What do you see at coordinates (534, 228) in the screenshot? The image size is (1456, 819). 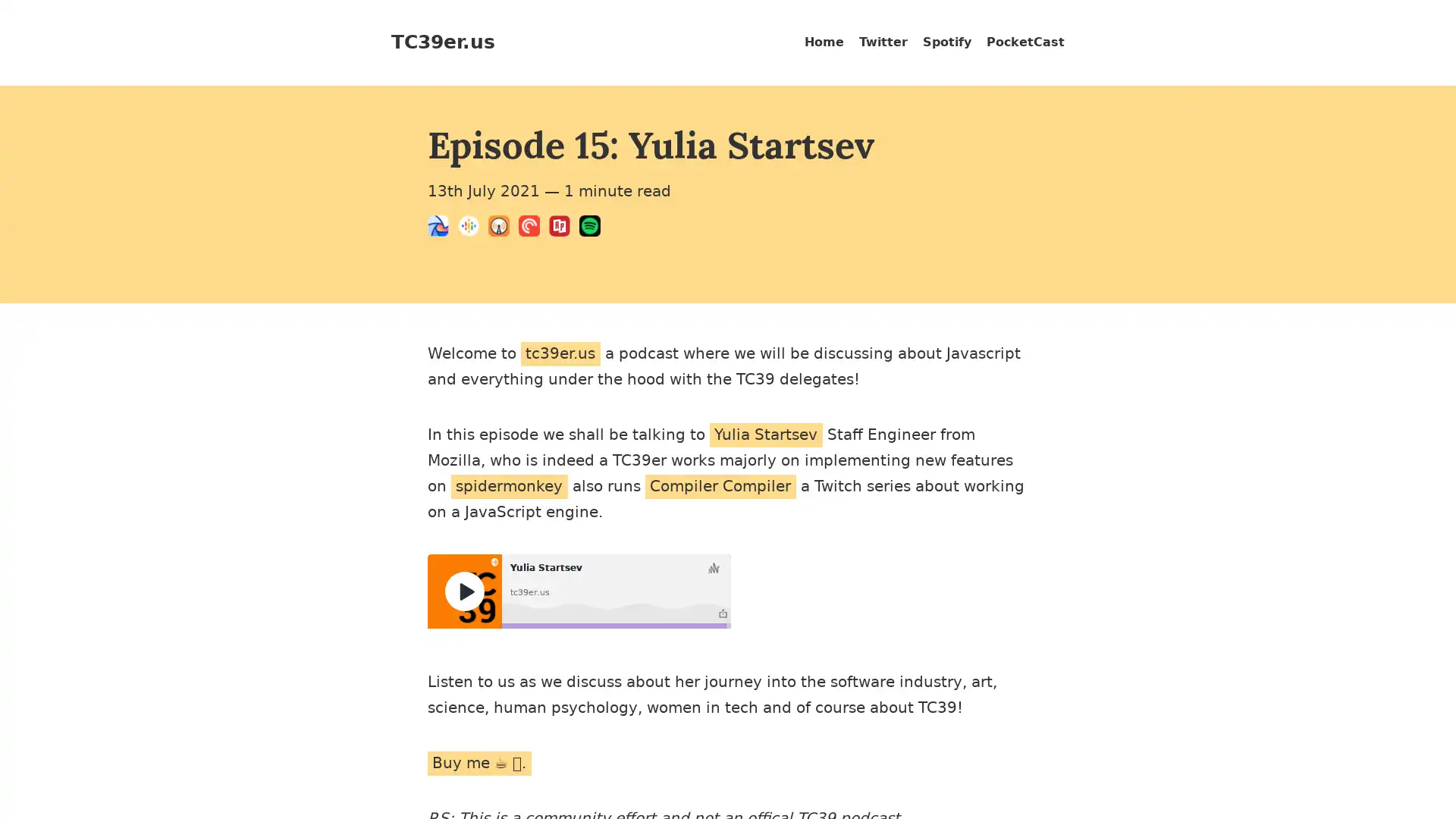 I see `Pocket Casts Logo` at bounding box center [534, 228].